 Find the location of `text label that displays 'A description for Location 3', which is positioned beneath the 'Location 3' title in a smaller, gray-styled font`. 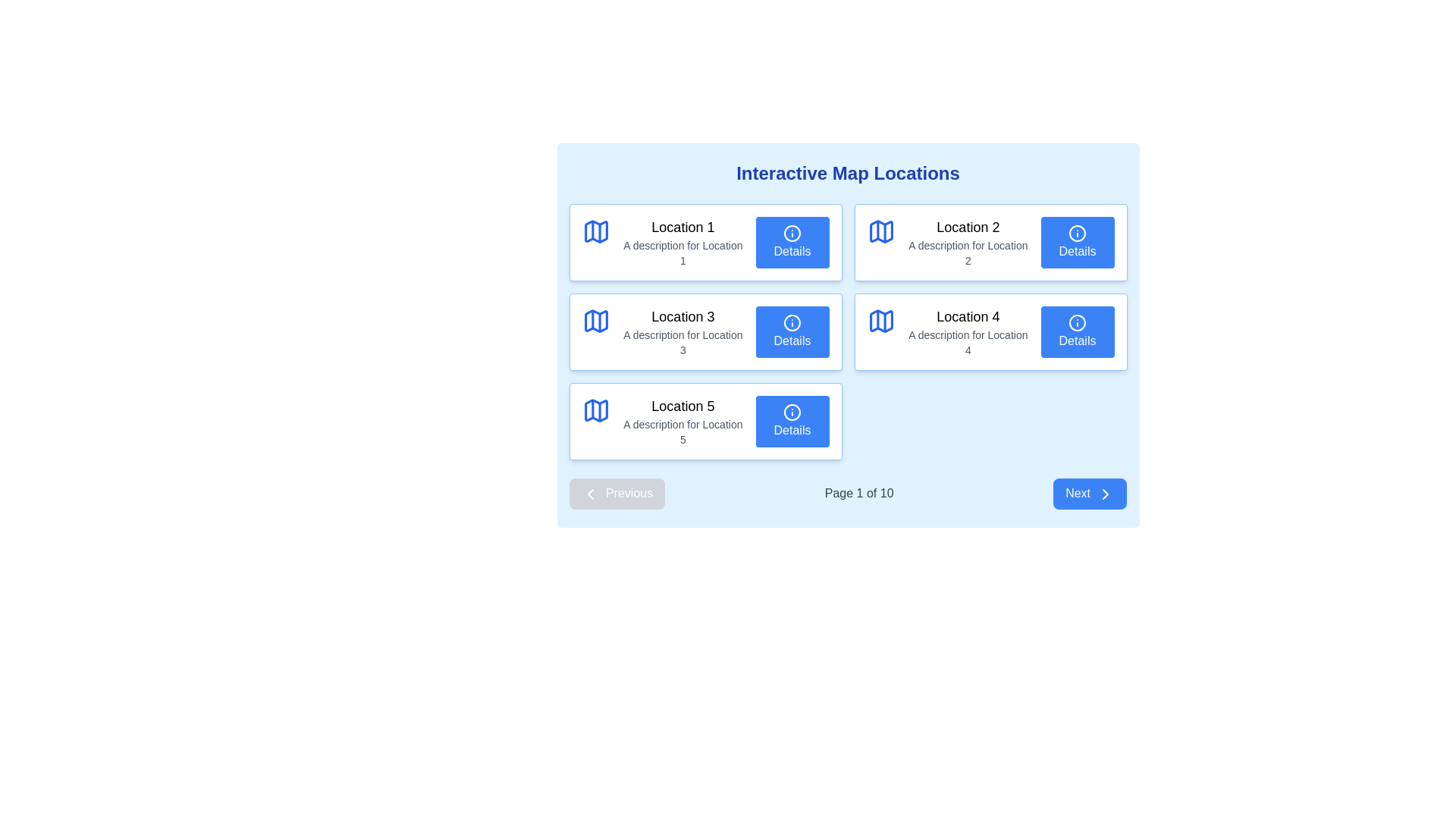

text label that displays 'A description for Location 3', which is positioned beneath the 'Location 3' title in a smaller, gray-styled font is located at coordinates (682, 342).